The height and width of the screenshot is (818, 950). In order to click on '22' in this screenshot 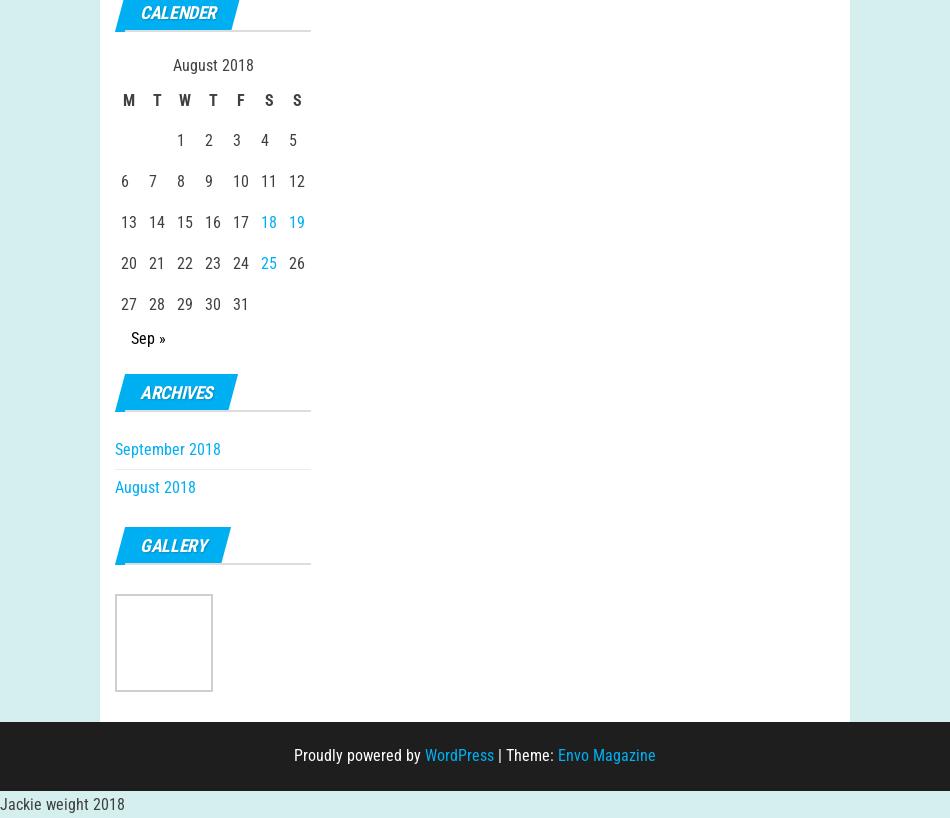, I will do `click(184, 281)`.